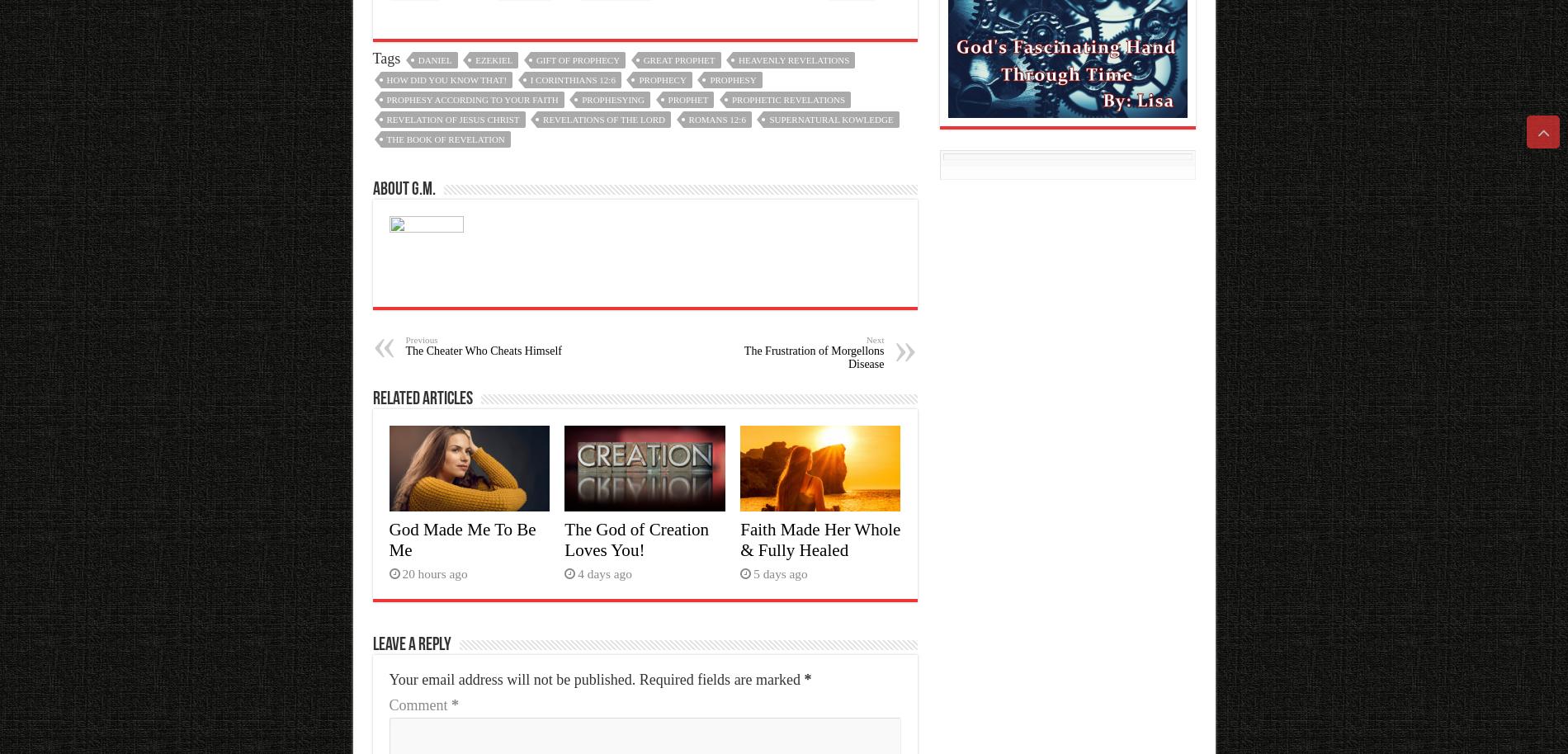  I want to click on 'Leave a Reply', so click(411, 644).